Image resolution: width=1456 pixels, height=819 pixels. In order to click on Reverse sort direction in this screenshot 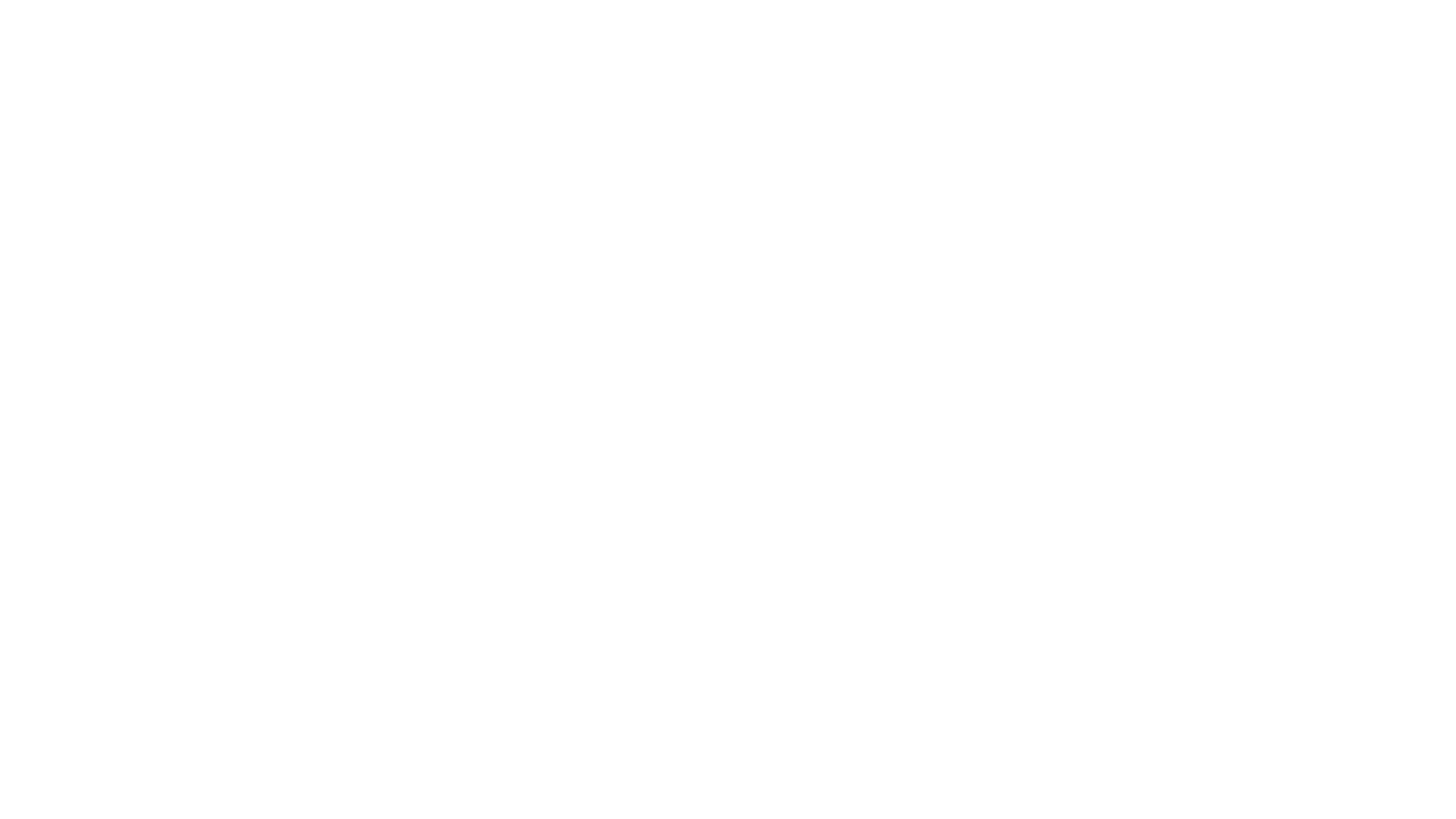, I will do `click(1382, 118)`.